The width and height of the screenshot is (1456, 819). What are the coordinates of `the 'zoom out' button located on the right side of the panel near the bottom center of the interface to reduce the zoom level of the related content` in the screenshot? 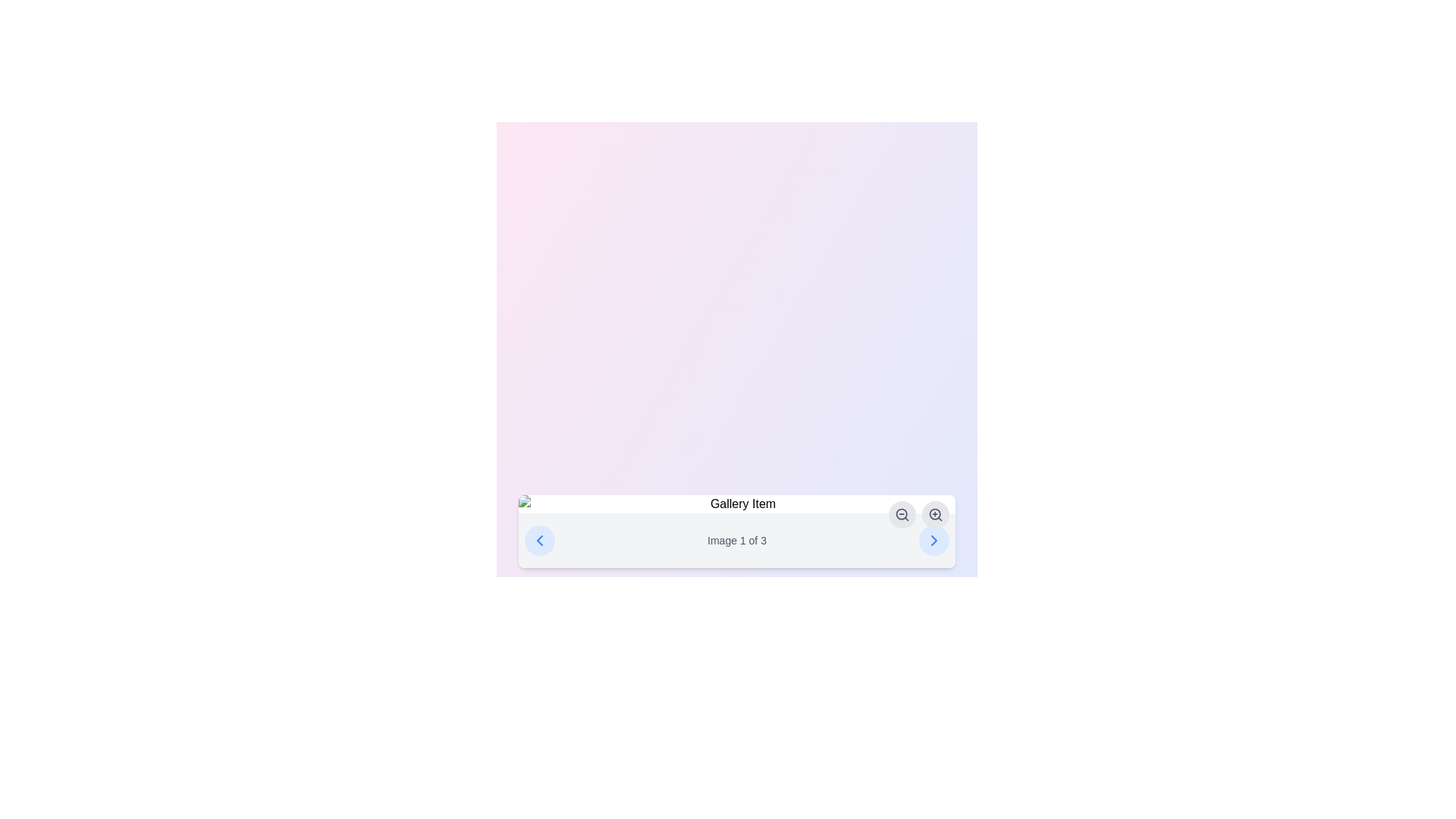 It's located at (902, 513).